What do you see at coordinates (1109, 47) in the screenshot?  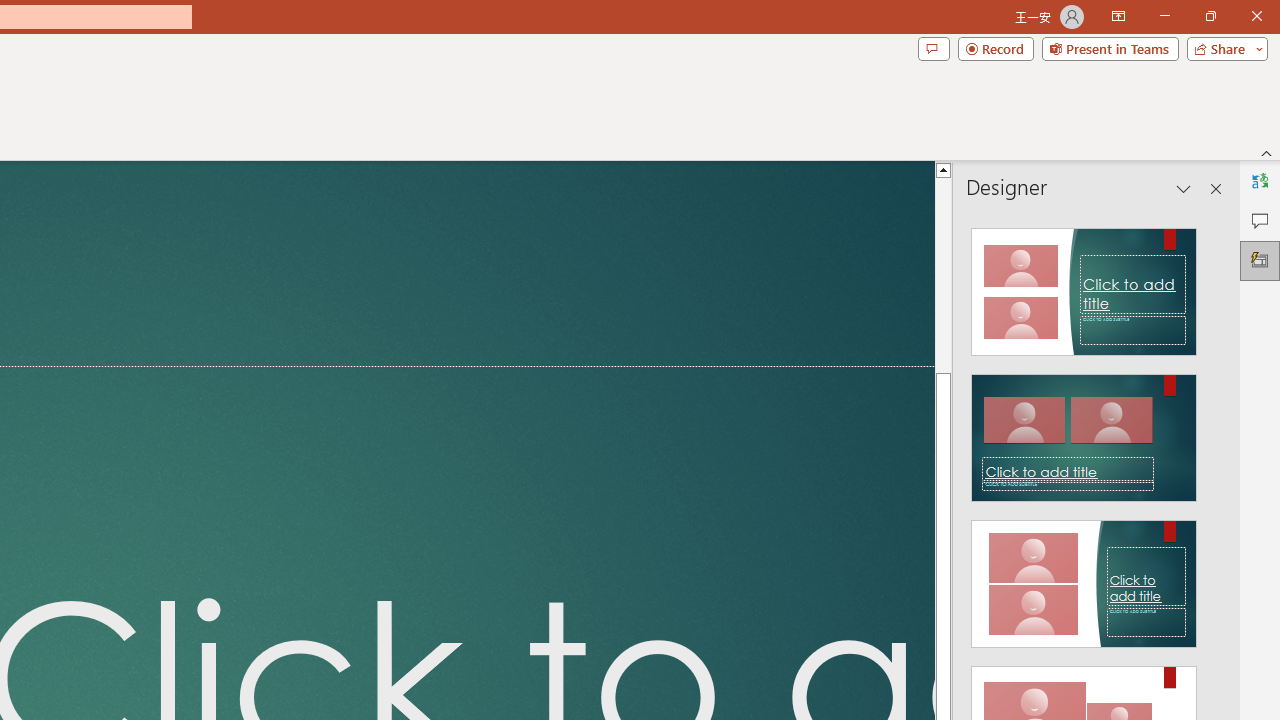 I see `'Present in Teams'` at bounding box center [1109, 47].